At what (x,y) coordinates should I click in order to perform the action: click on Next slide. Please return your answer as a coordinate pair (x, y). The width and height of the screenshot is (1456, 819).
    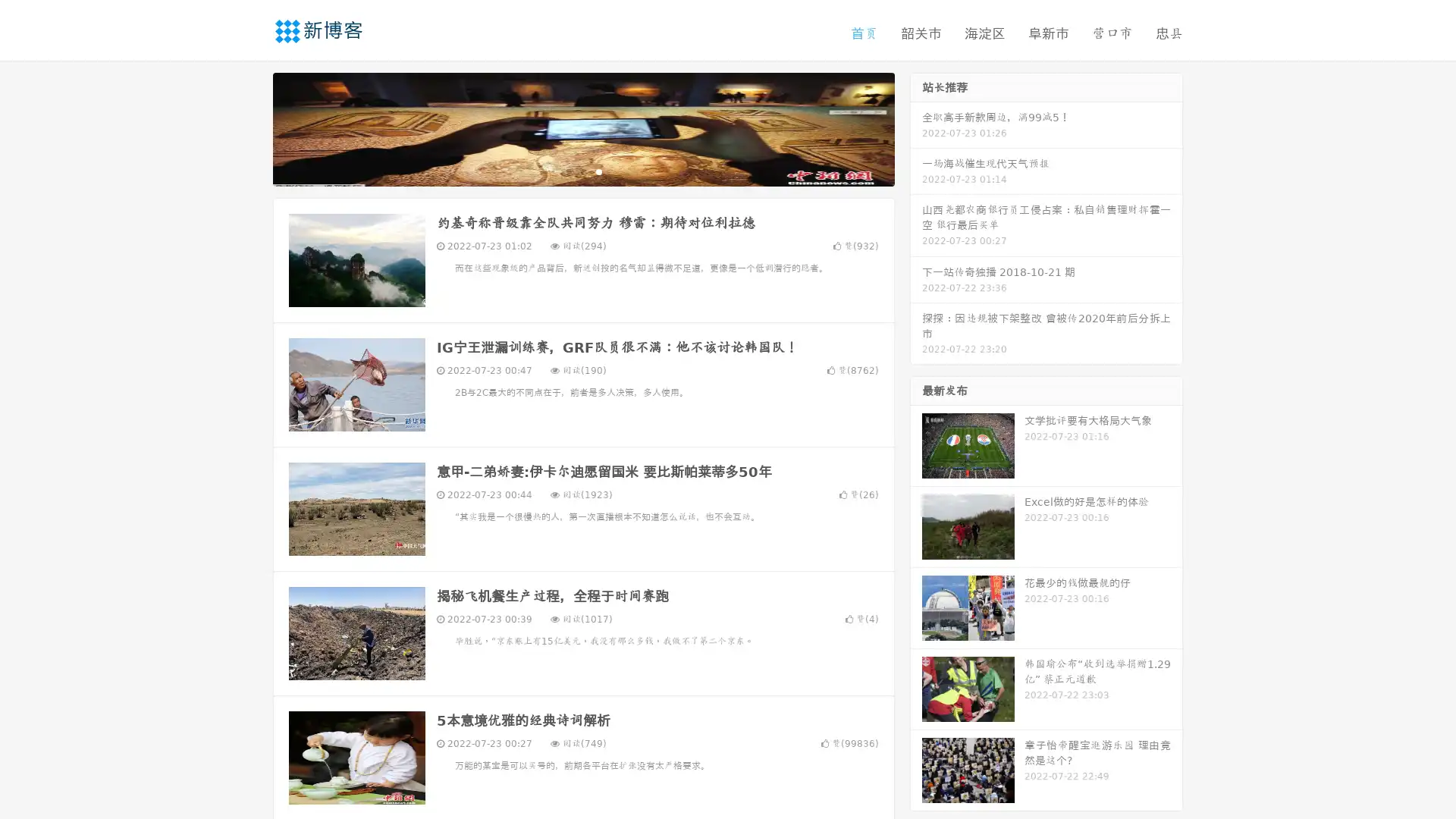
    Looking at the image, I should click on (916, 127).